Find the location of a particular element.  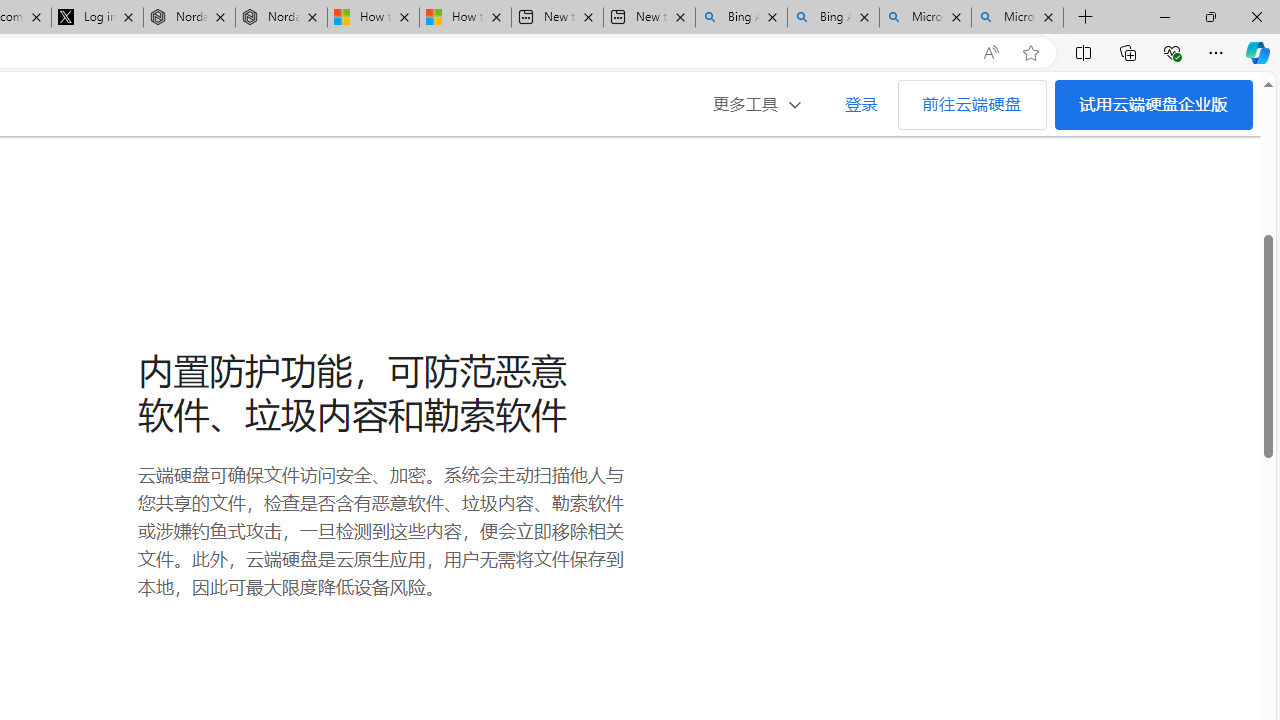

'Microsoft Bing Timeline - Search' is located at coordinates (1017, 17).